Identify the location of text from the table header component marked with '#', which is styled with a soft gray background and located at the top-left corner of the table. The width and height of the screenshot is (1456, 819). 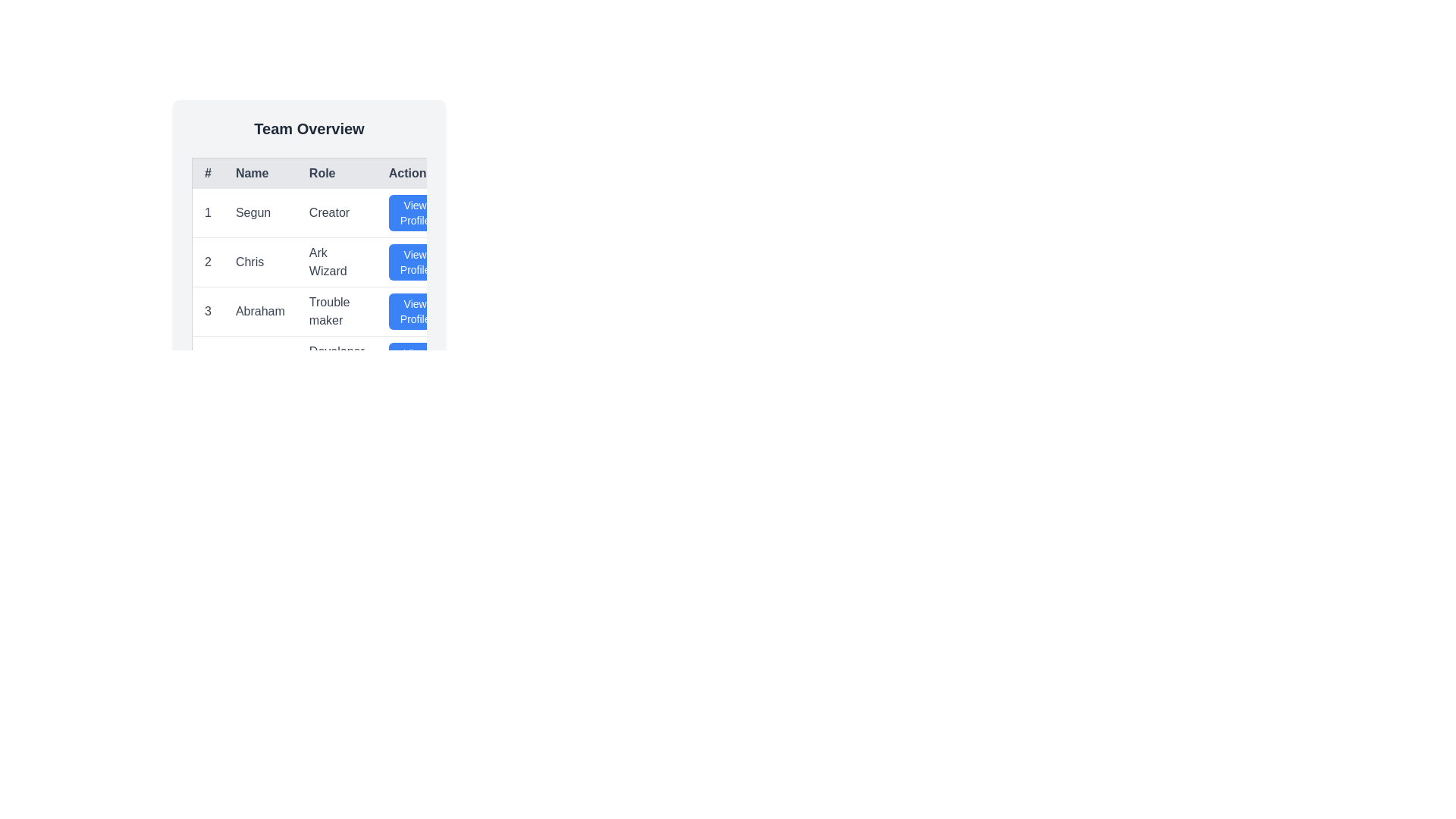
(207, 172).